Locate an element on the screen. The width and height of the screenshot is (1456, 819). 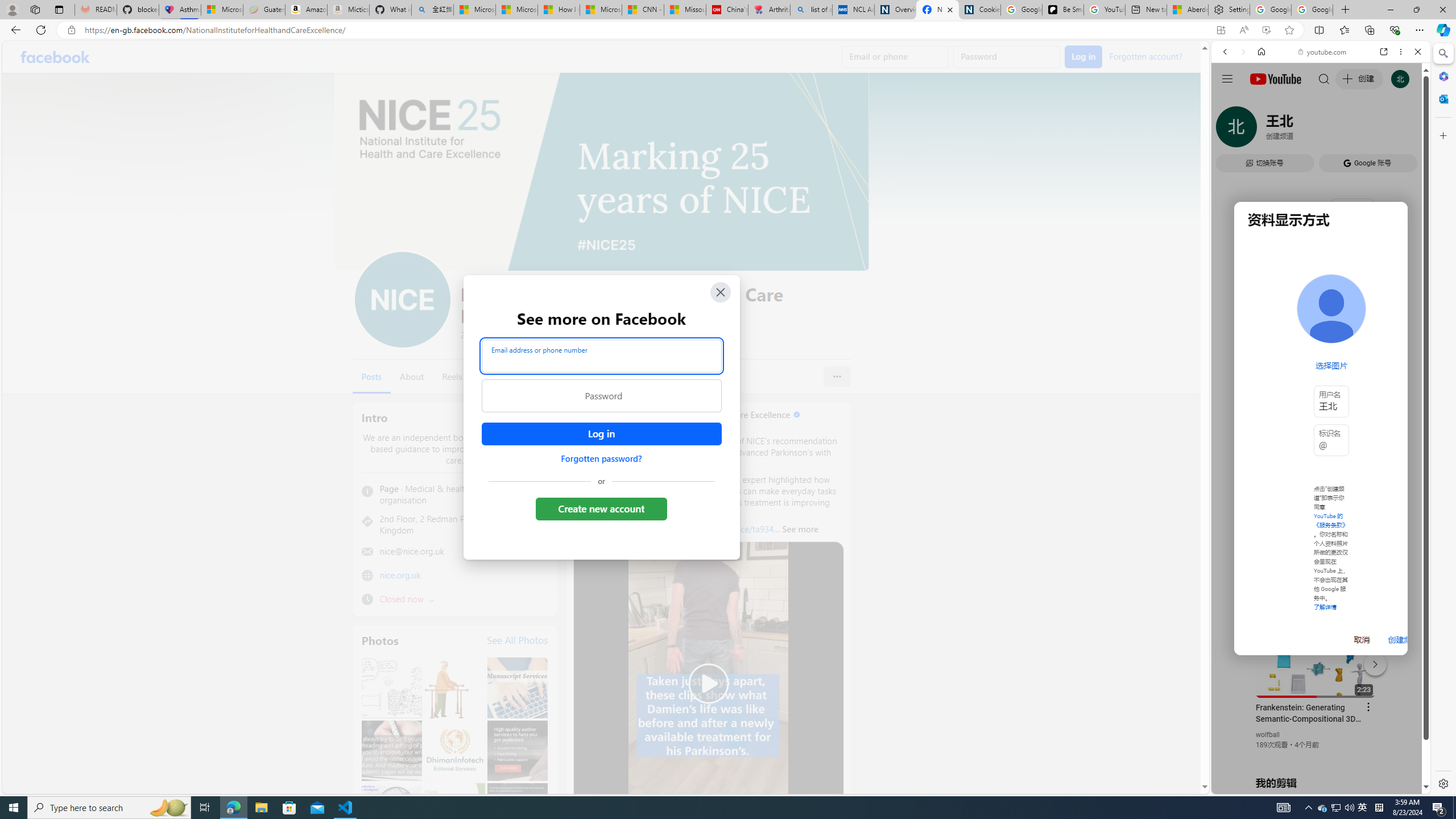
'Email or phone' is located at coordinates (895, 56).